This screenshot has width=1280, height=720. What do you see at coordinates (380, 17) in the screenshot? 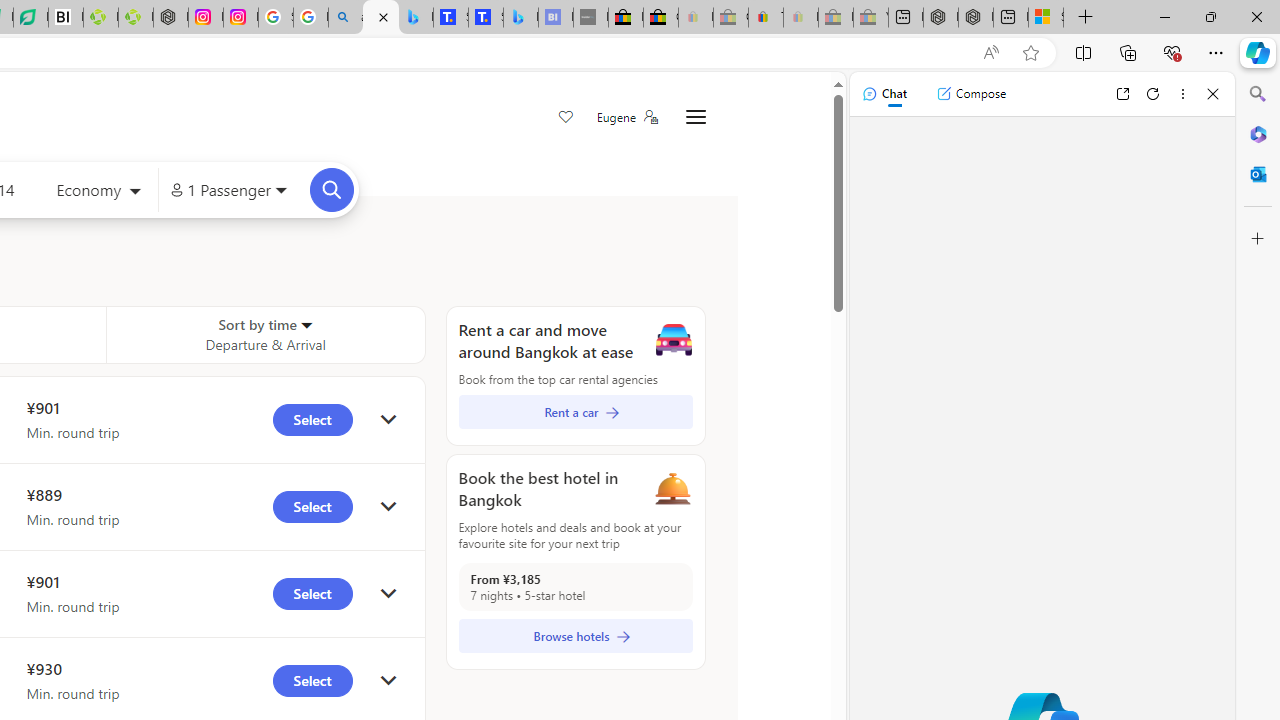
I see `'Microsoft Bing Travel - Flights from Hong Kong to Bangkok'` at bounding box center [380, 17].